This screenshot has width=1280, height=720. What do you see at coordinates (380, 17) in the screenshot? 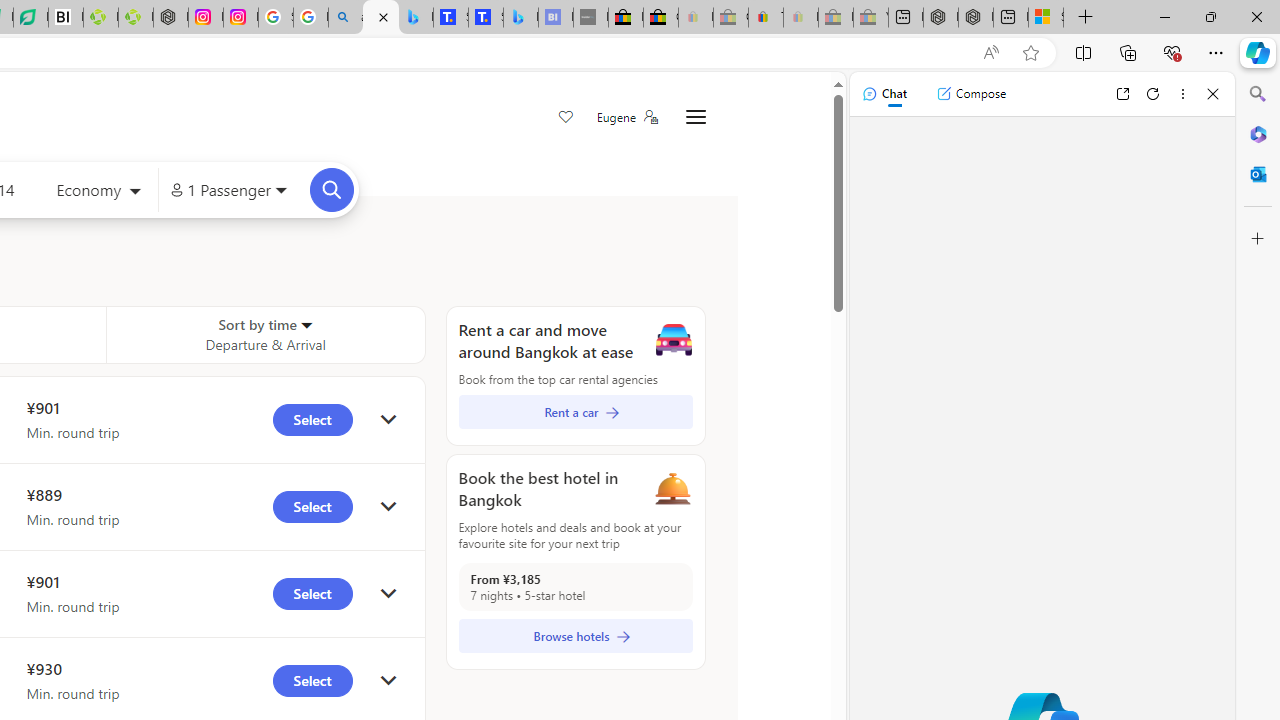
I see `'Microsoft Bing Travel - Flights from Hong Kong to Bangkok'` at bounding box center [380, 17].